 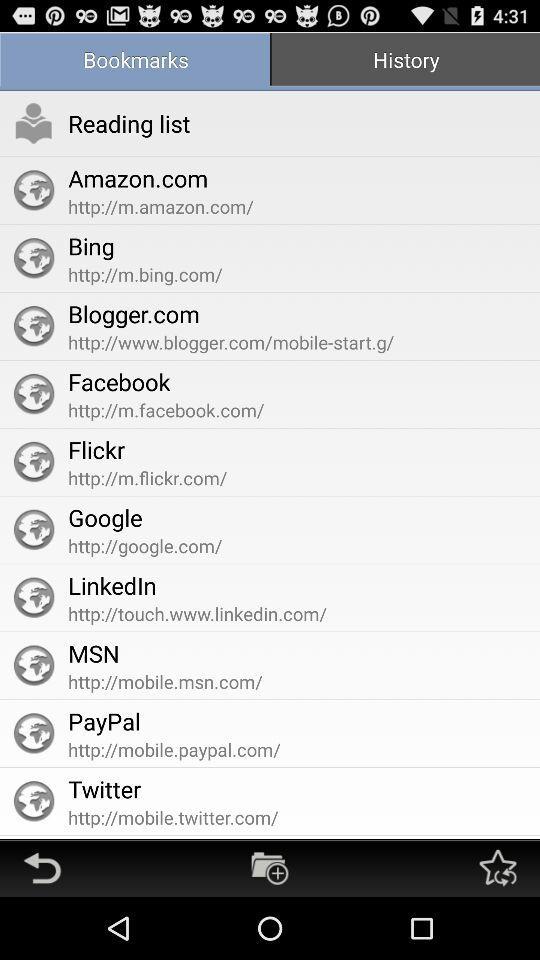 What do you see at coordinates (496, 929) in the screenshot?
I see `the star icon` at bounding box center [496, 929].